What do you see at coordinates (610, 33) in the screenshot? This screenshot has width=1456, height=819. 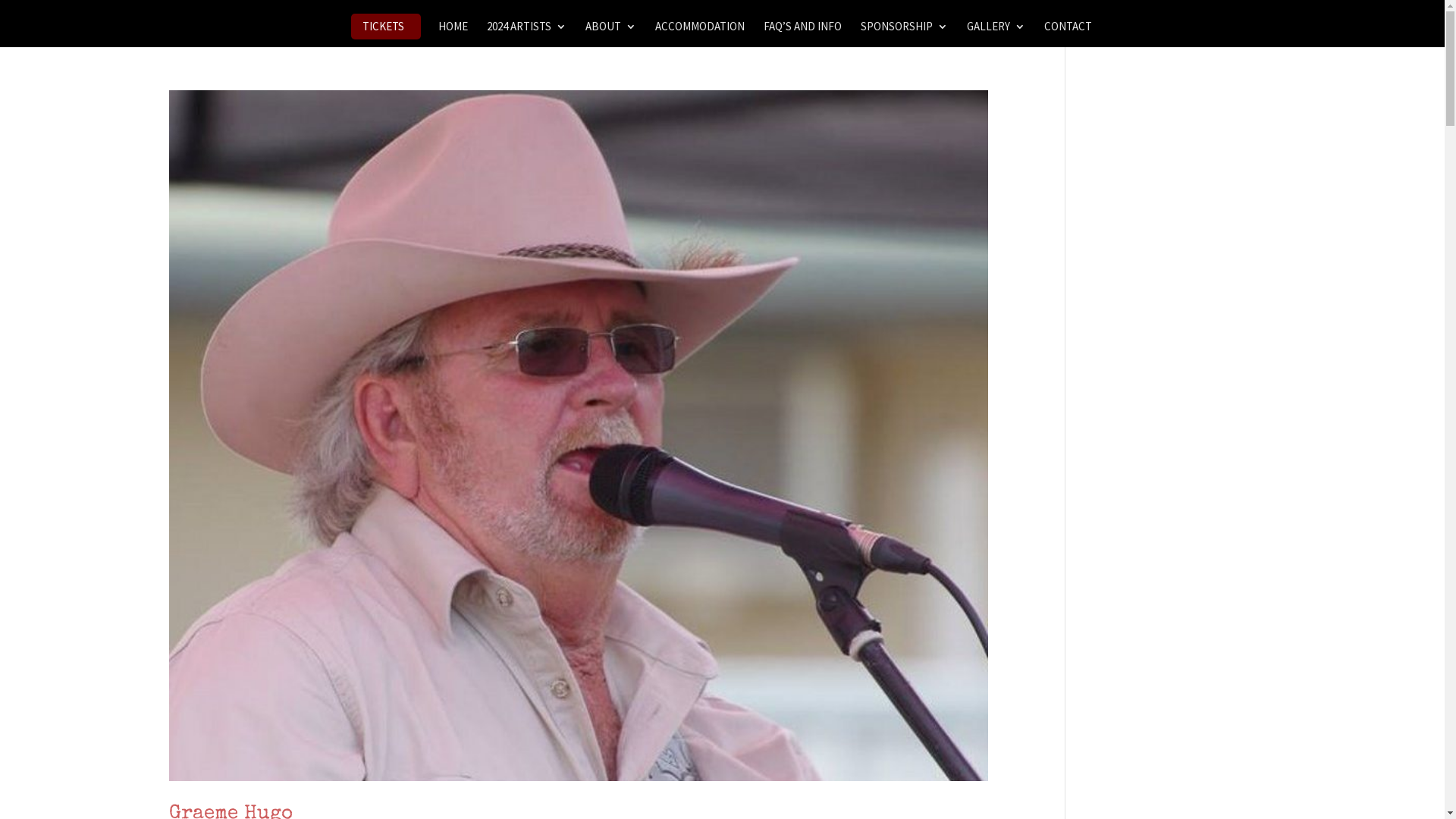 I see `'ABOUT'` at bounding box center [610, 33].